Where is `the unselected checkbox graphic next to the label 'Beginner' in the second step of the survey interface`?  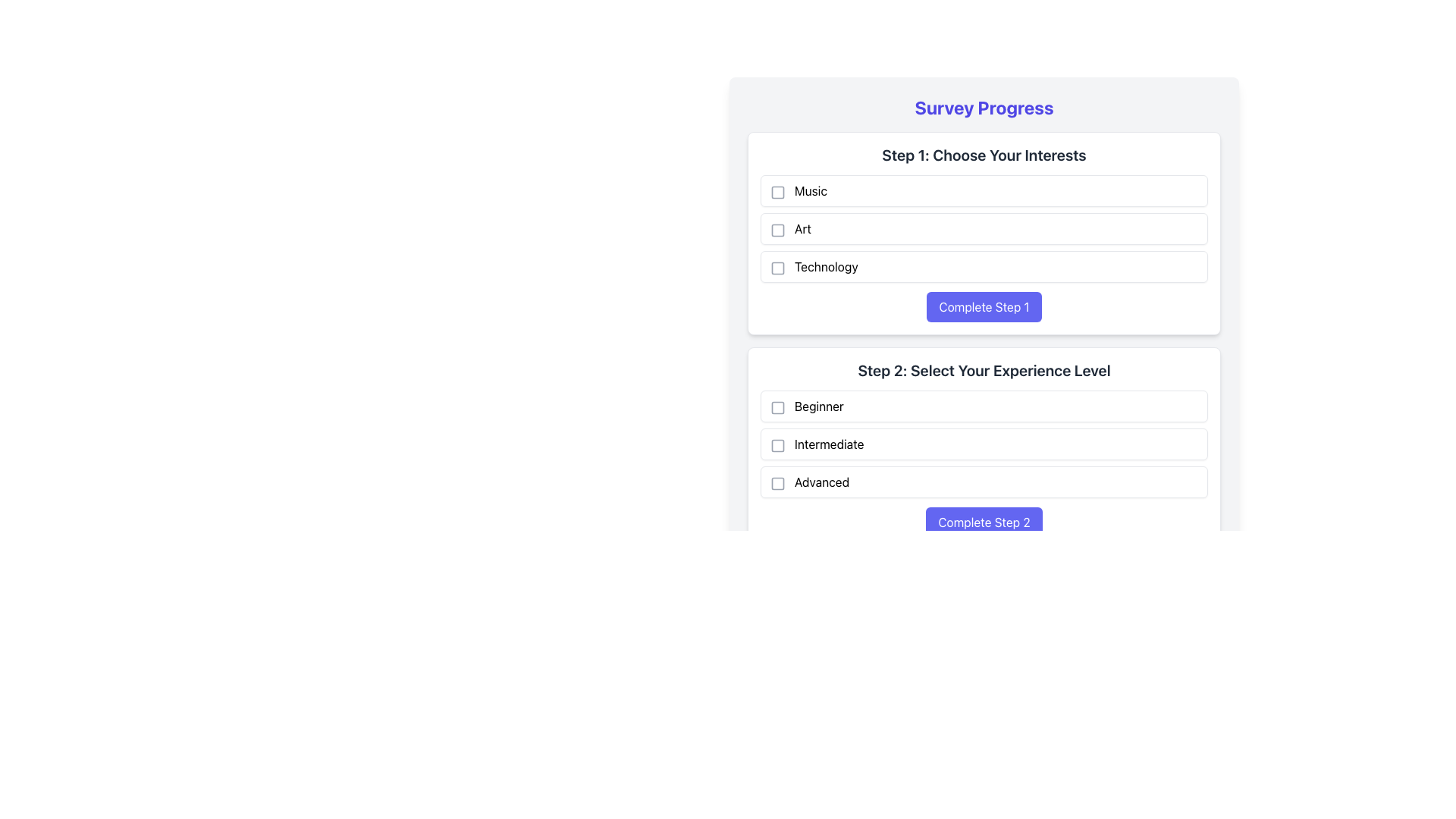 the unselected checkbox graphic next to the label 'Beginner' in the second step of the survey interface is located at coordinates (778, 406).